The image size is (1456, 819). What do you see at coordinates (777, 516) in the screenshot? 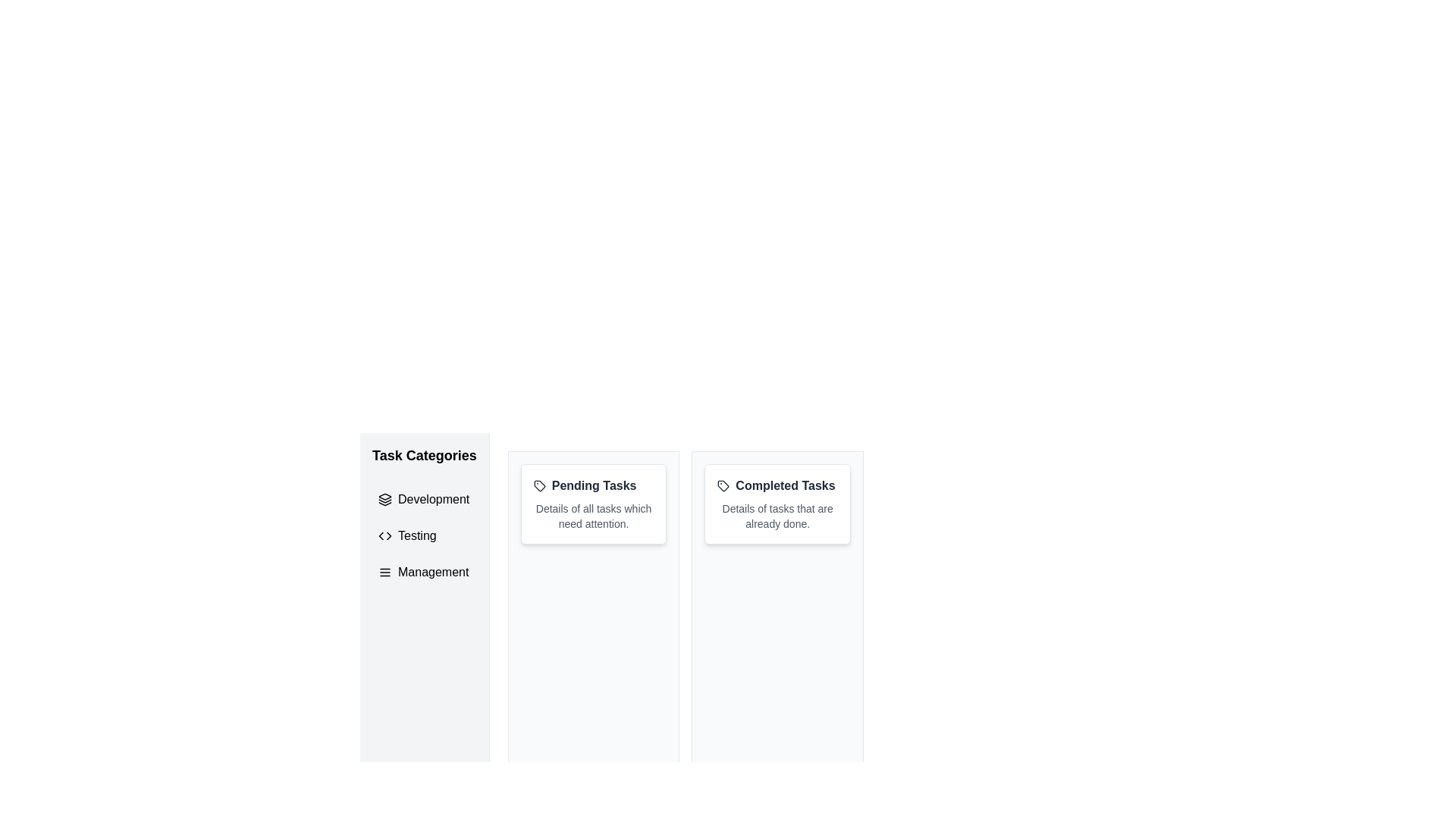
I see `the static text element that reads 'Details of tasks that are already done.', styled in small gray font, located below 'Completed Tasks' in the upper-right section of the interface` at bounding box center [777, 516].